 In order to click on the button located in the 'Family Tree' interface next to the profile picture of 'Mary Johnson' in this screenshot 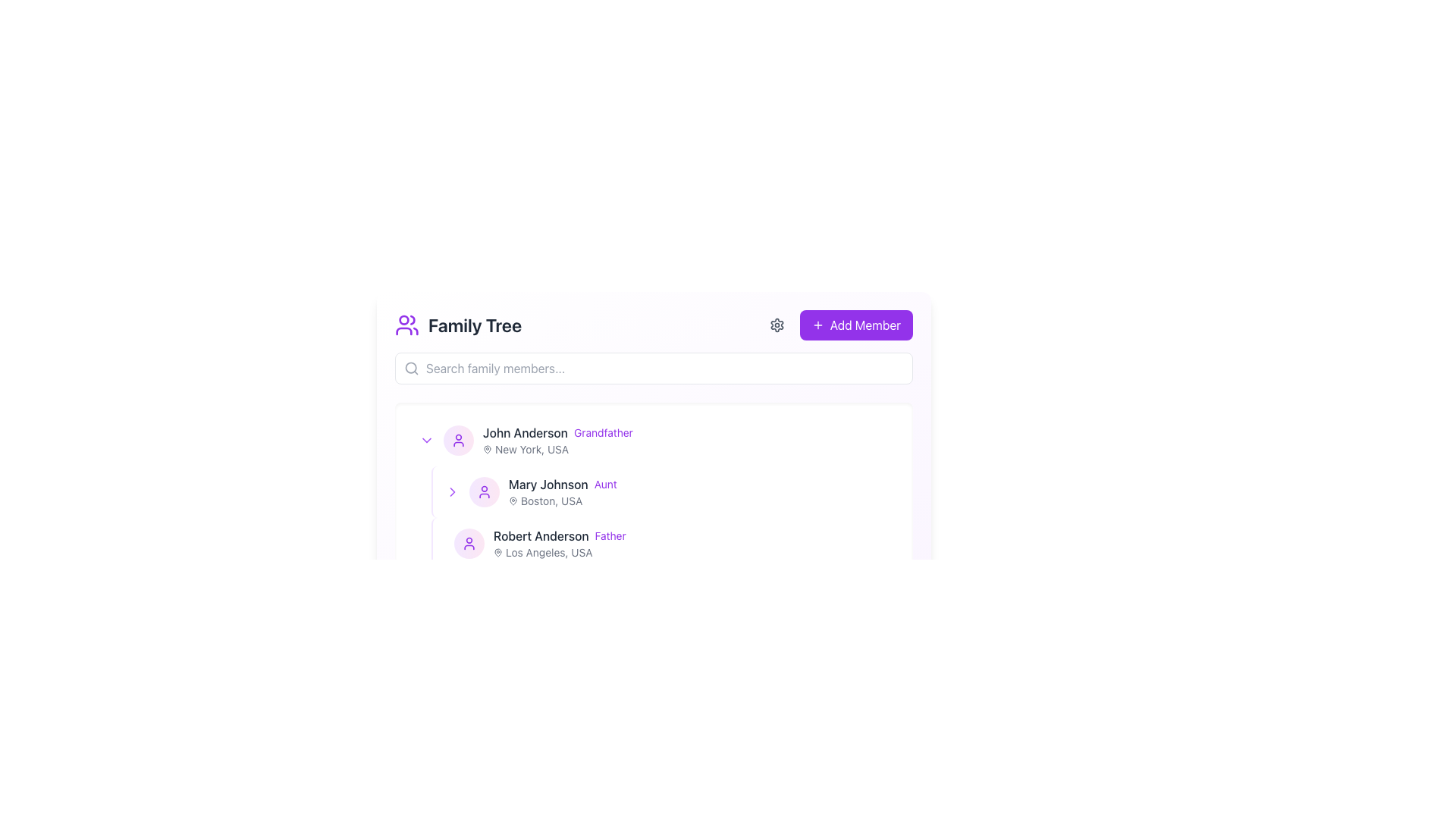, I will do `click(451, 491)`.